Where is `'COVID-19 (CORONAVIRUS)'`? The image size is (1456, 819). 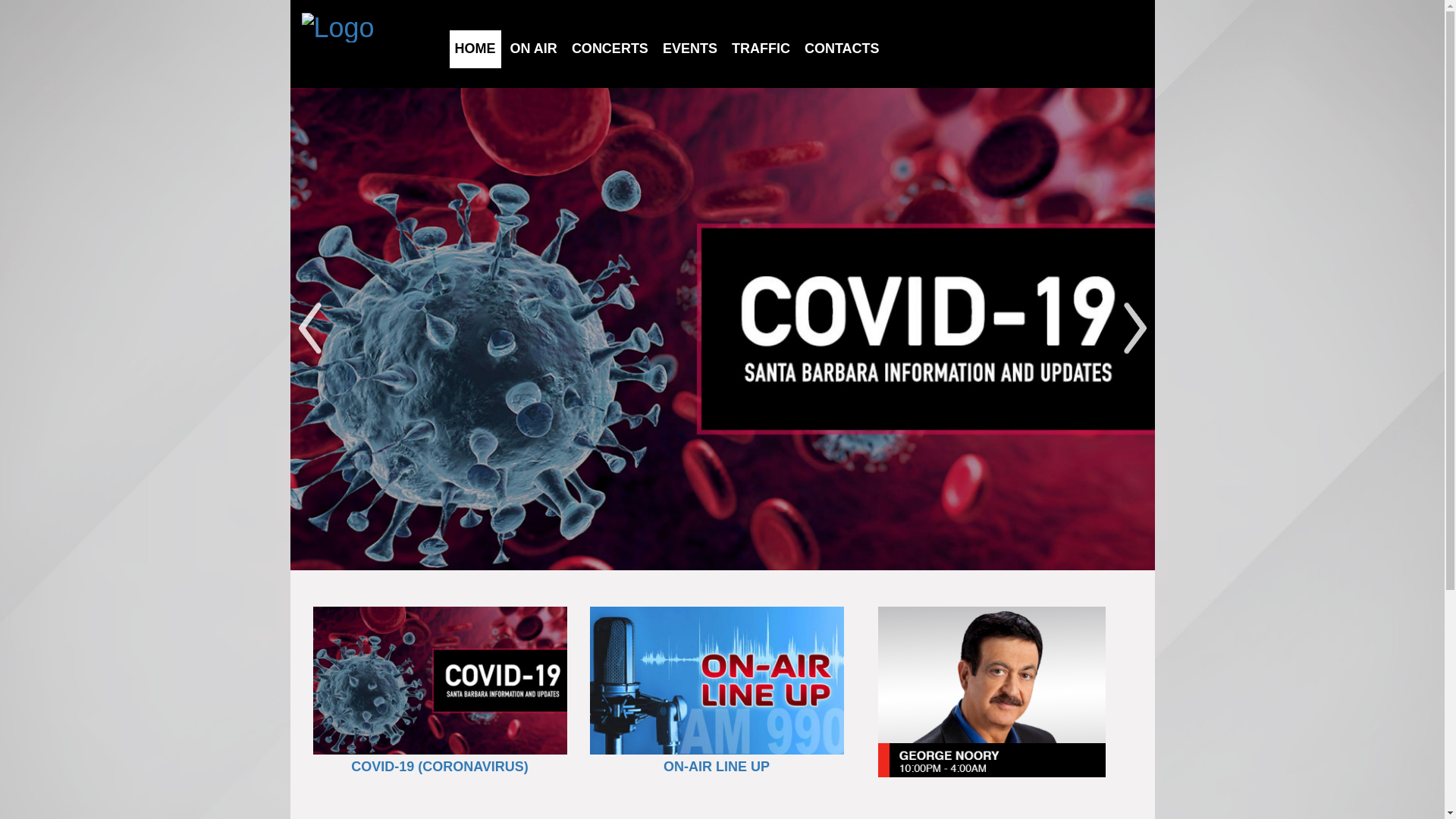
'COVID-19 (CORONAVIRUS)' is located at coordinates (350, 766).